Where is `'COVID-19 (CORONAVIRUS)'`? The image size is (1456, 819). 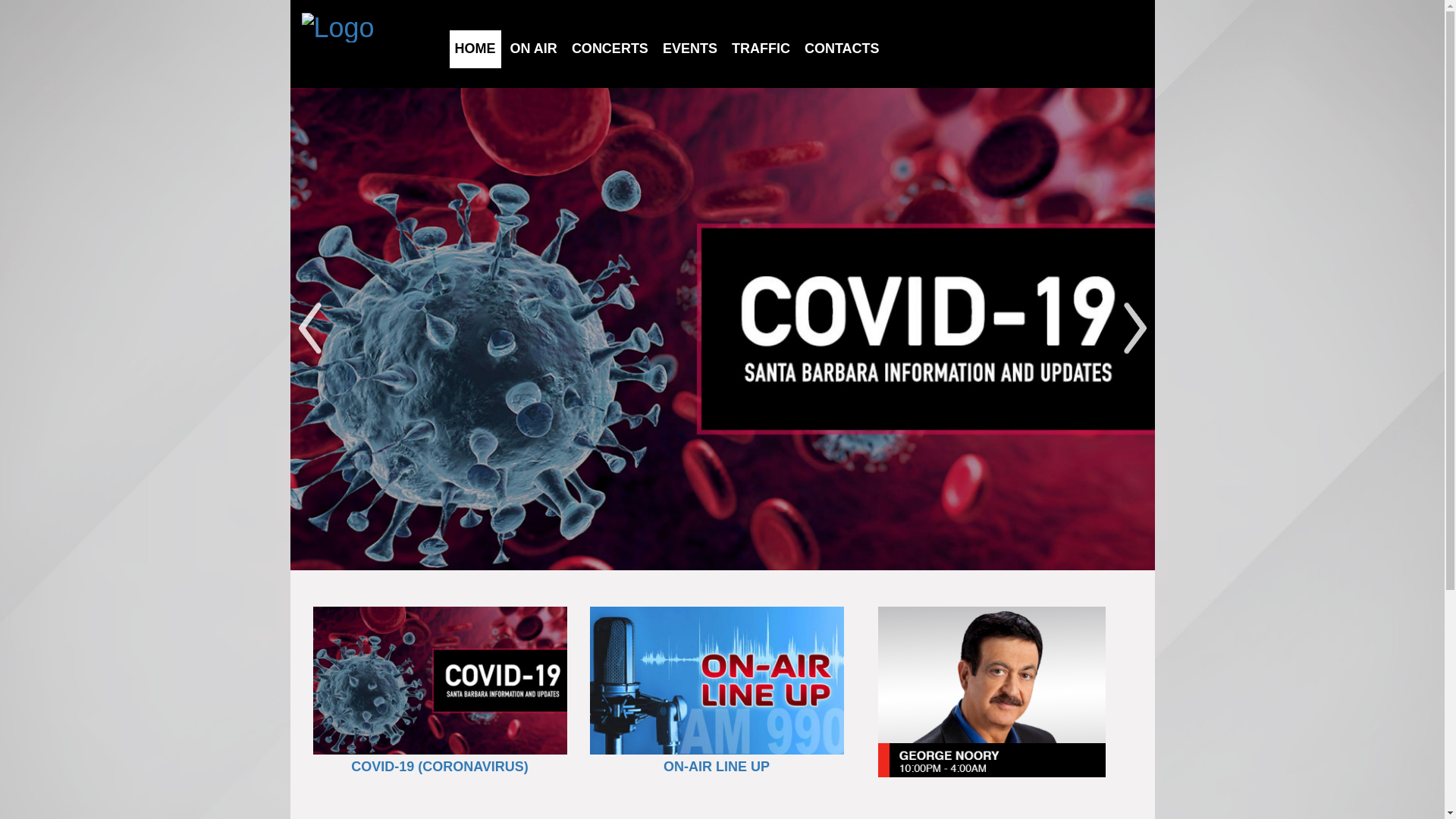
'COVID-19 (CORONAVIRUS)' is located at coordinates (350, 766).